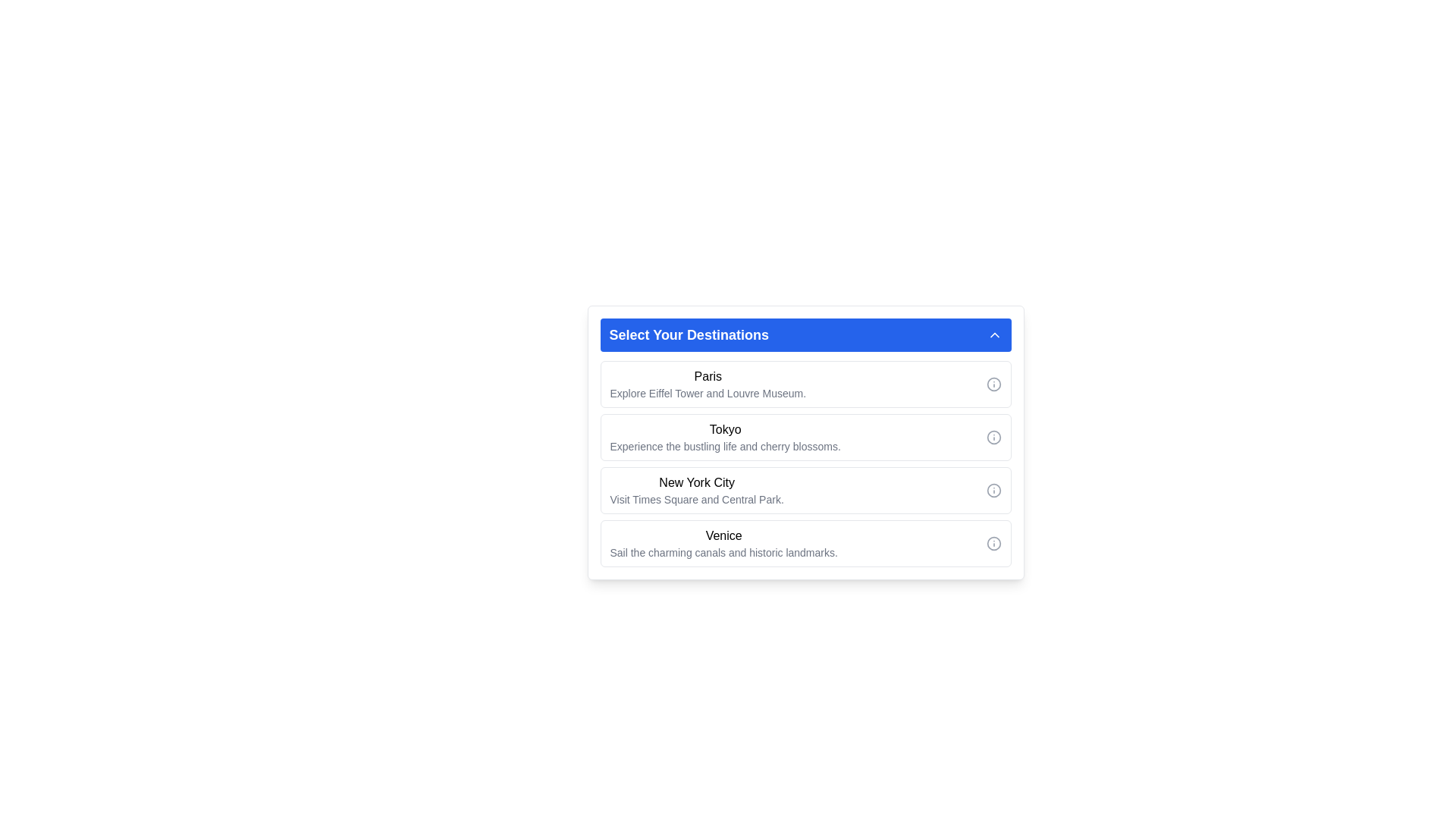 Image resolution: width=1456 pixels, height=819 pixels. What do you see at coordinates (993, 383) in the screenshot?
I see `the small circular component within the SVG element that is styled with a thin border and is part of a minimalist icon design, located near the top-right of the 'Paris' section` at bounding box center [993, 383].